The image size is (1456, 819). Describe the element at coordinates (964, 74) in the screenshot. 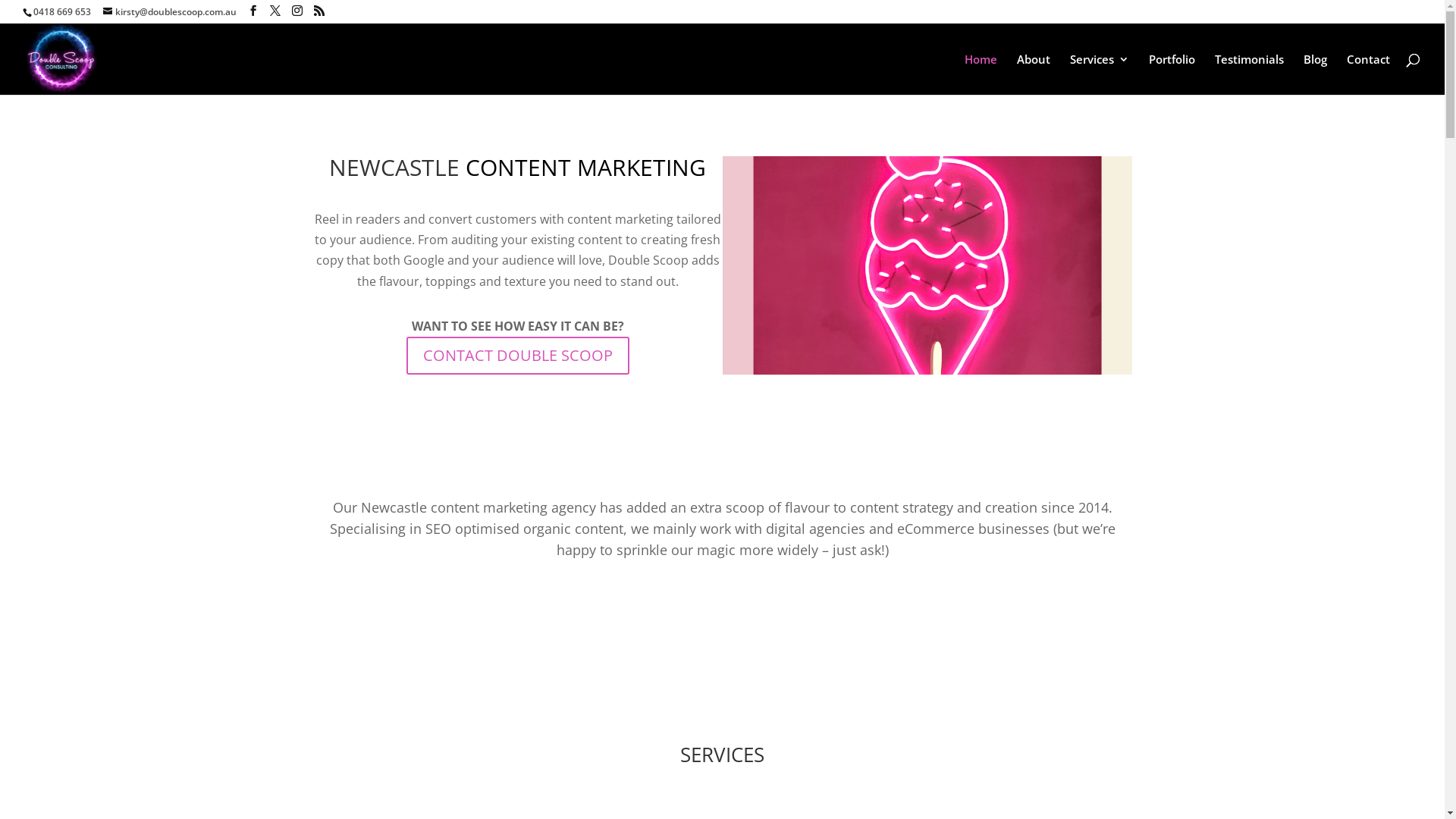

I see `'Home'` at that location.